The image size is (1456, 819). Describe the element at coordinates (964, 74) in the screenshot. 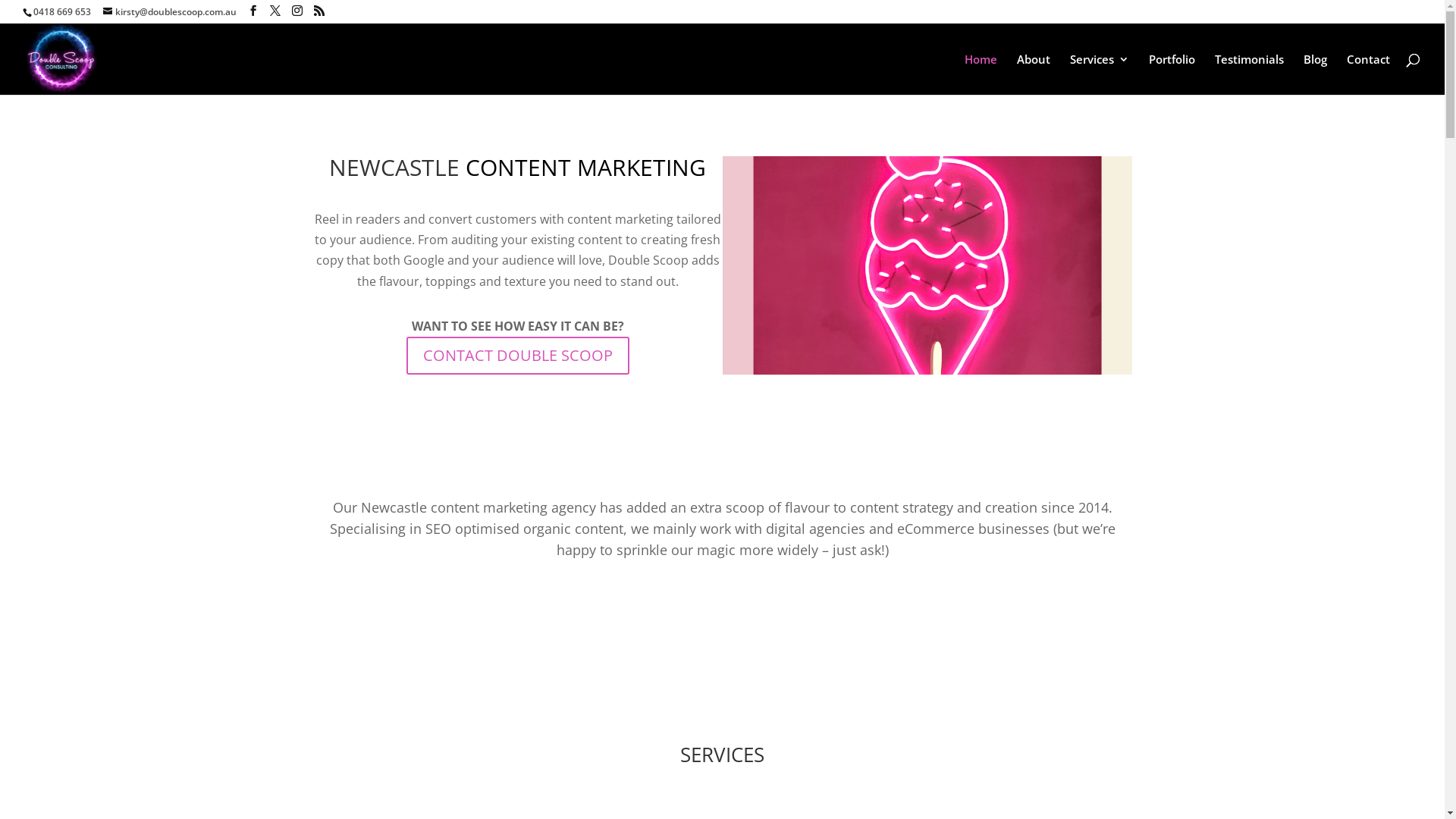

I see `'Home'` at that location.